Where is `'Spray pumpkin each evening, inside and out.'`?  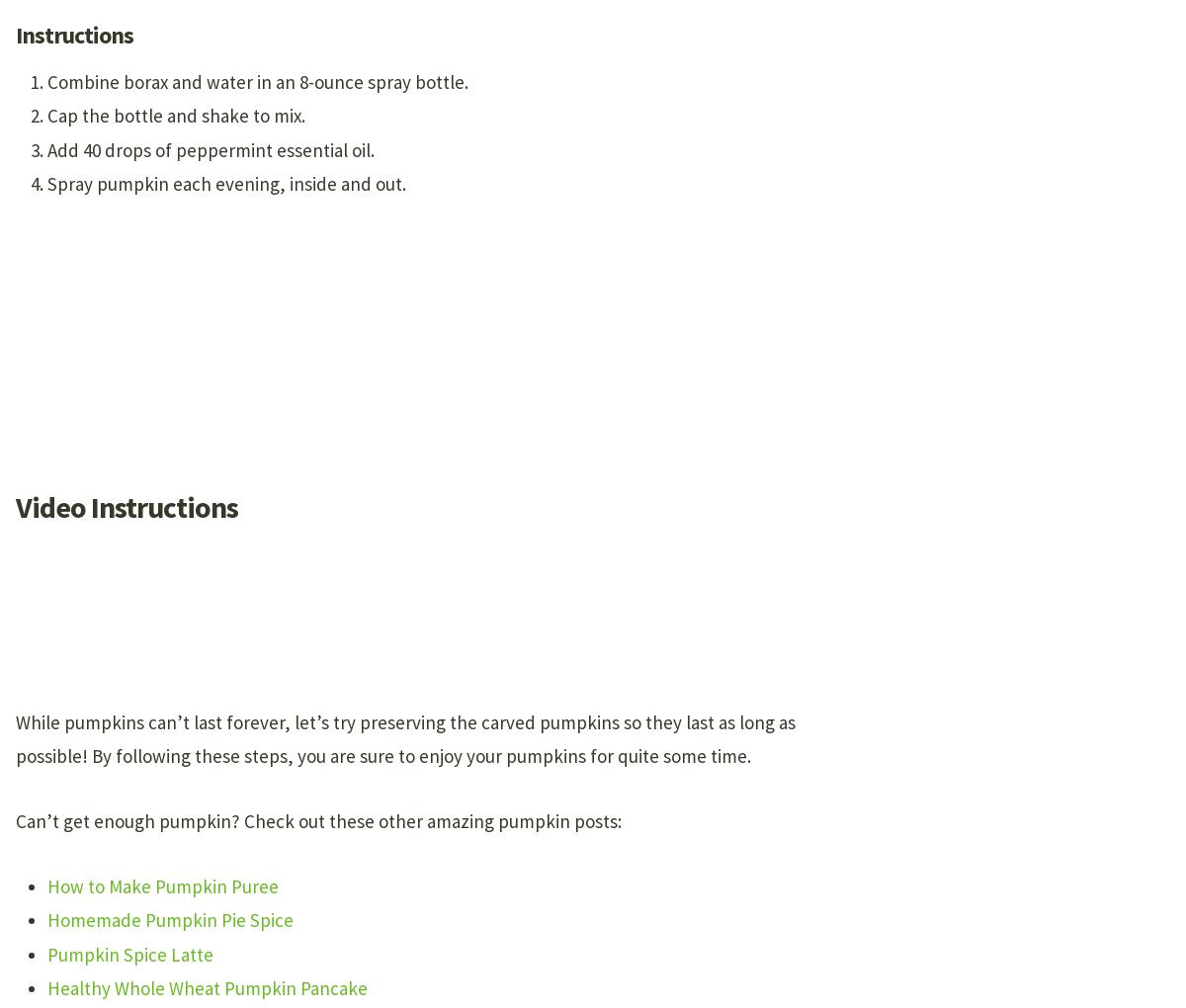
'Spray pumpkin each evening, inside and out.' is located at coordinates (225, 182).